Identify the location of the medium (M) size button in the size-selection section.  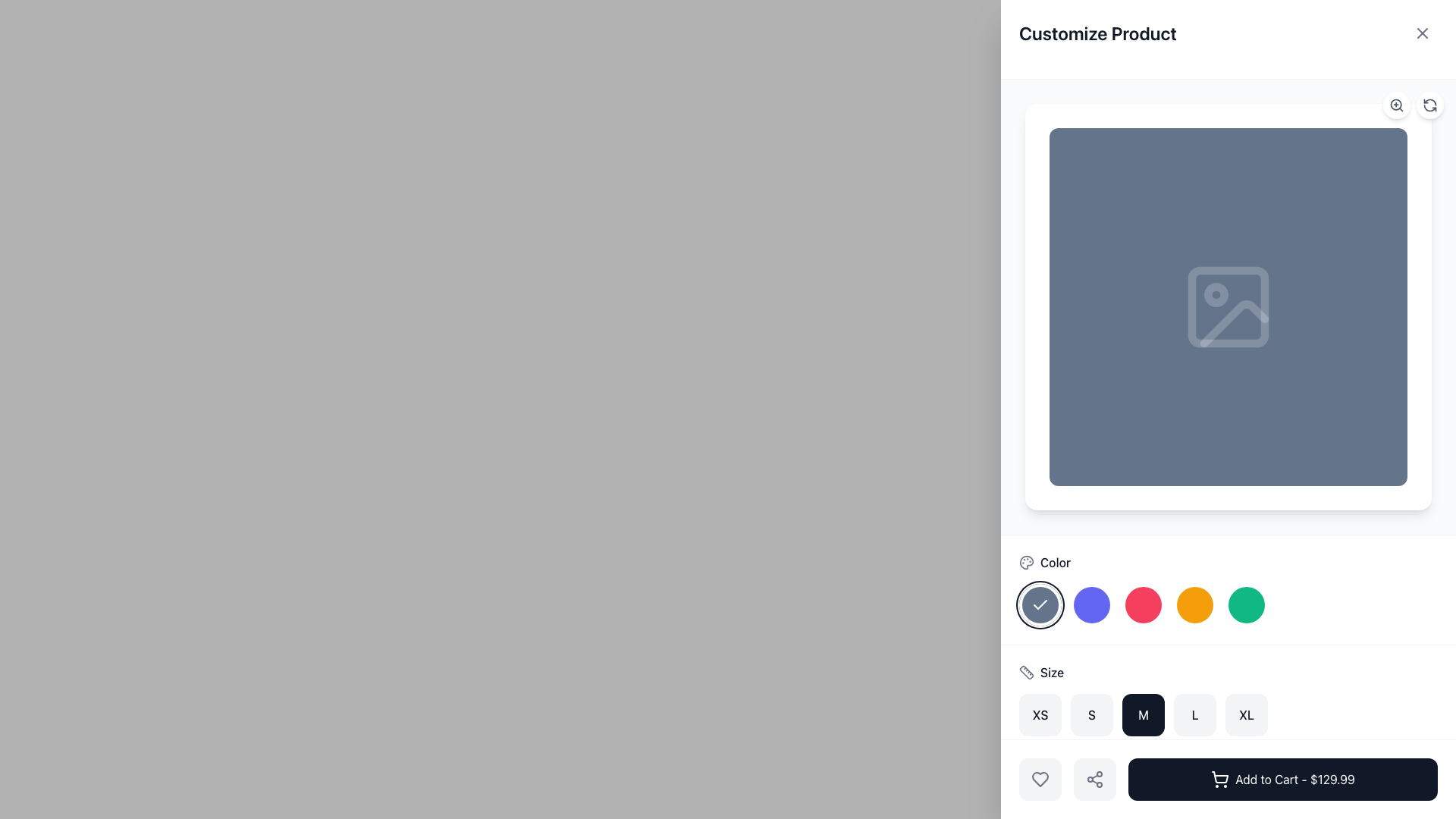
(1143, 714).